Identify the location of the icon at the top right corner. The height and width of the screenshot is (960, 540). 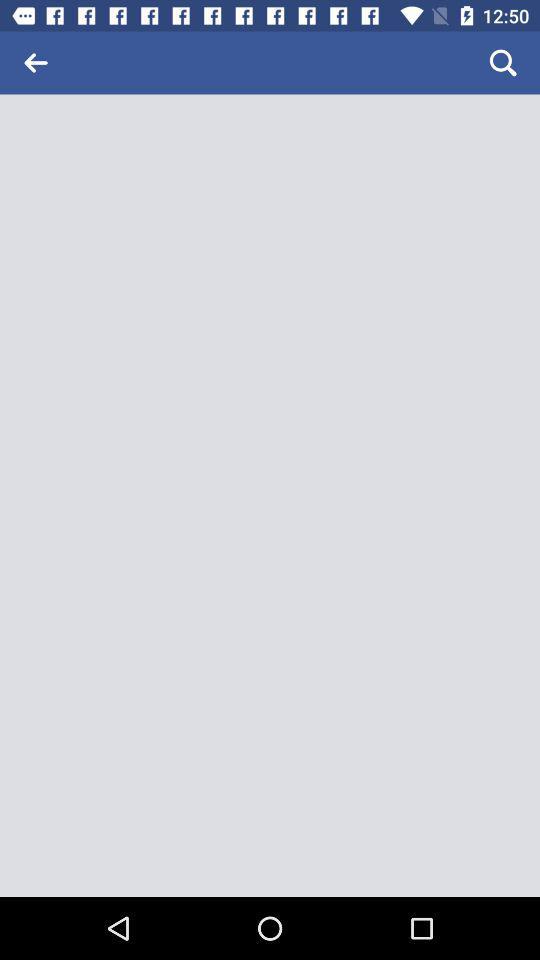
(502, 62).